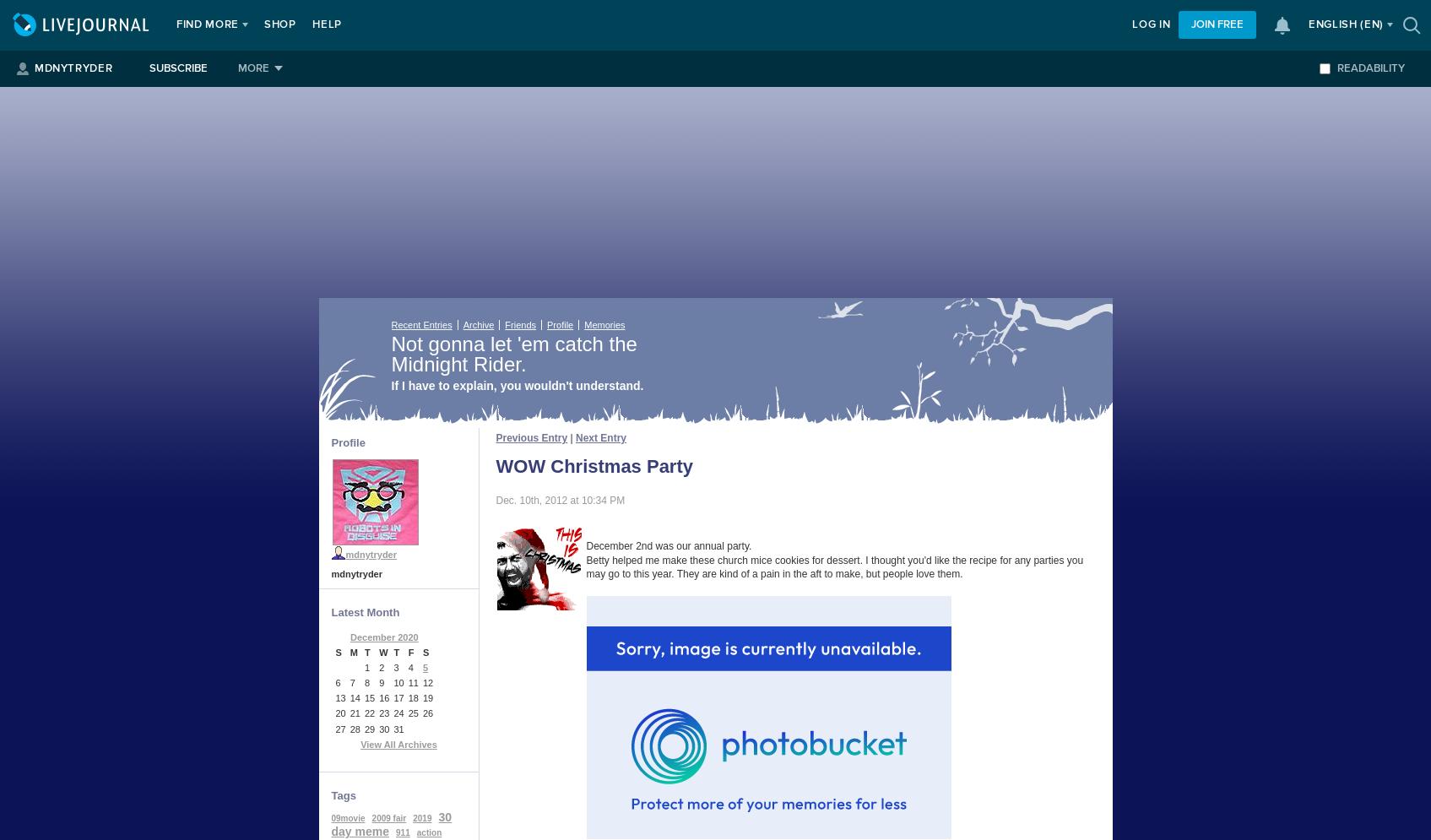  What do you see at coordinates (1151, 24) in the screenshot?
I see `'Log in'` at bounding box center [1151, 24].